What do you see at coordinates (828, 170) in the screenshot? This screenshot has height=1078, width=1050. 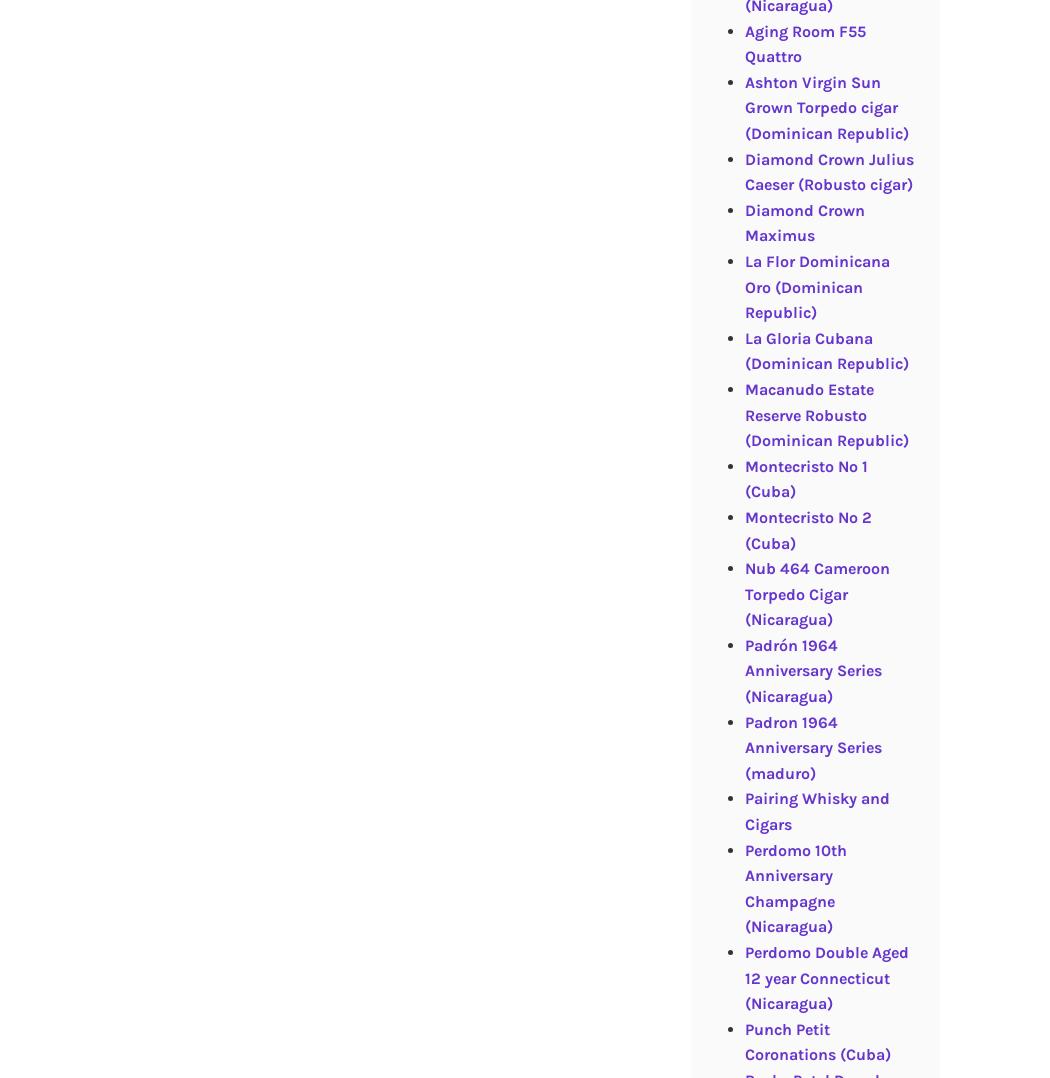 I see `'Diamond Crown Julius Caeser (Robusto cigar)'` at bounding box center [828, 170].